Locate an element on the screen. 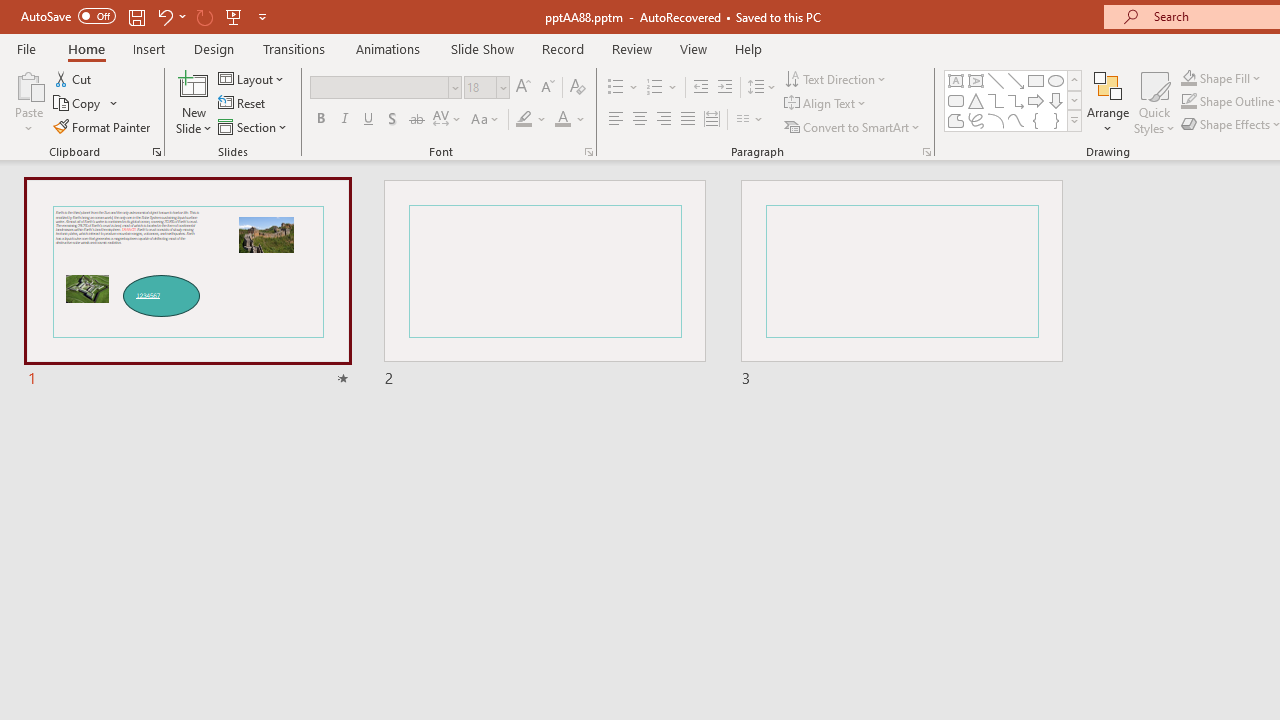 The height and width of the screenshot is (720, 1280). 'Strikethrough' is located at coordinates (415, 119).